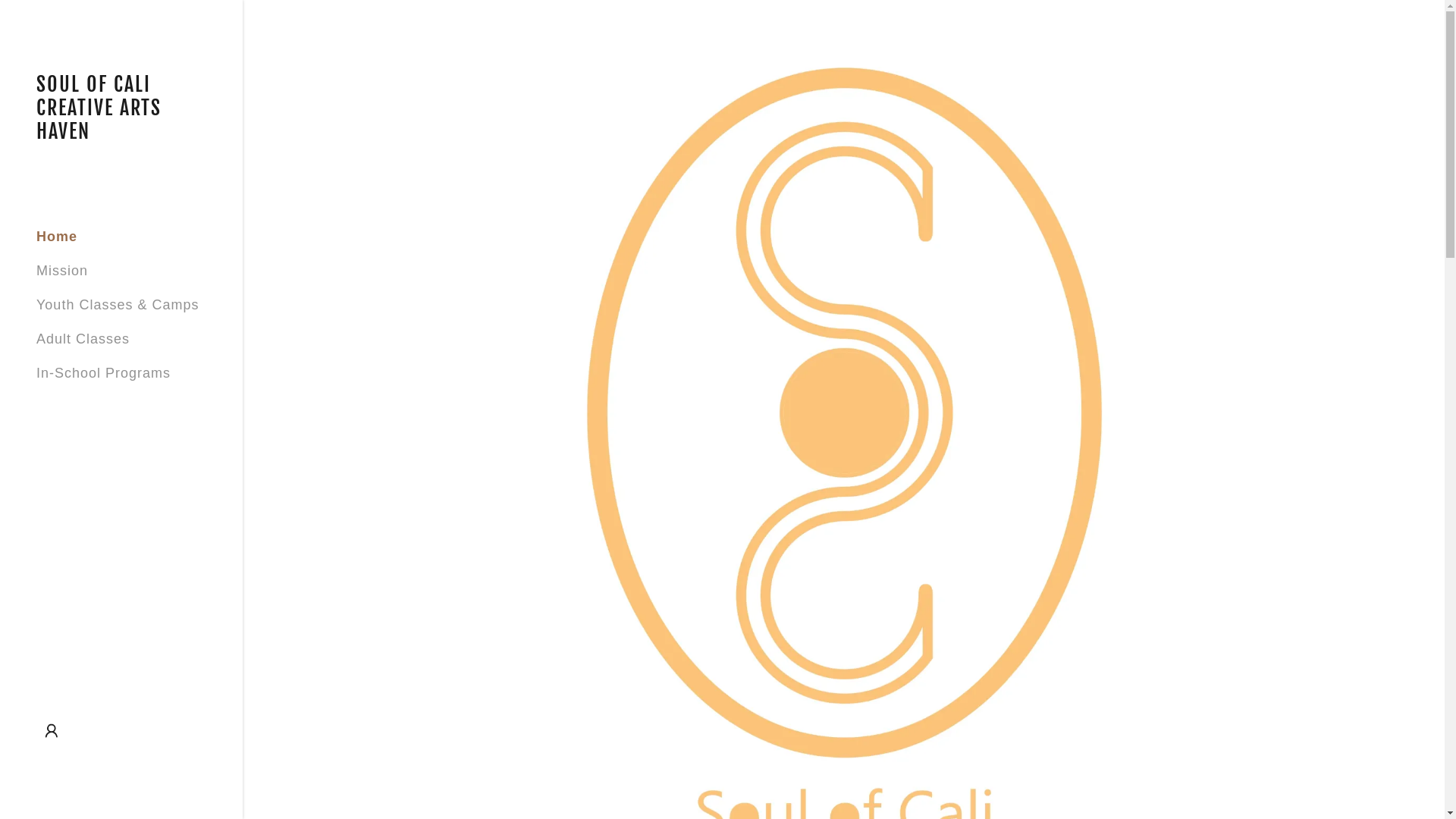  I want to click on 'Youth Classes & Camps', so click(116, 304).